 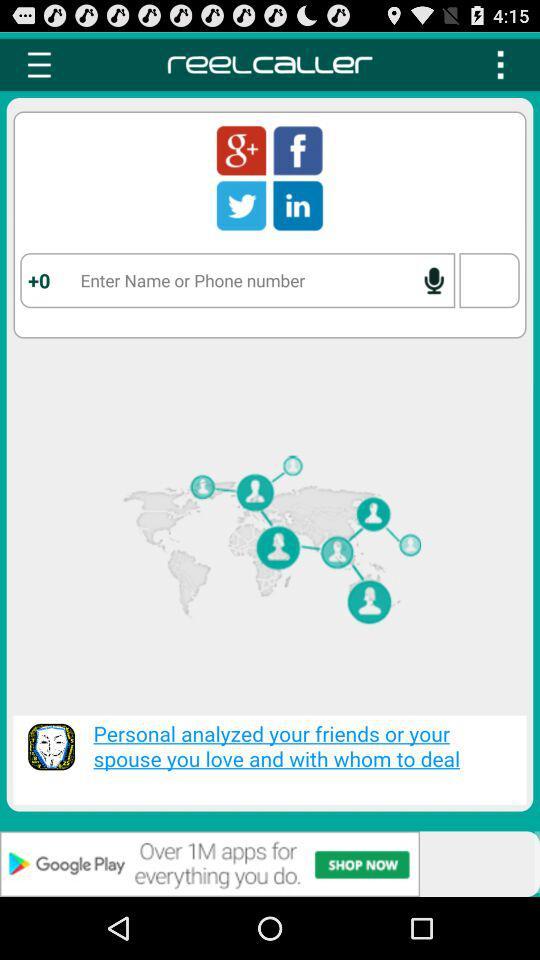 I want to click on settings icon, so click(x=39, y=64).